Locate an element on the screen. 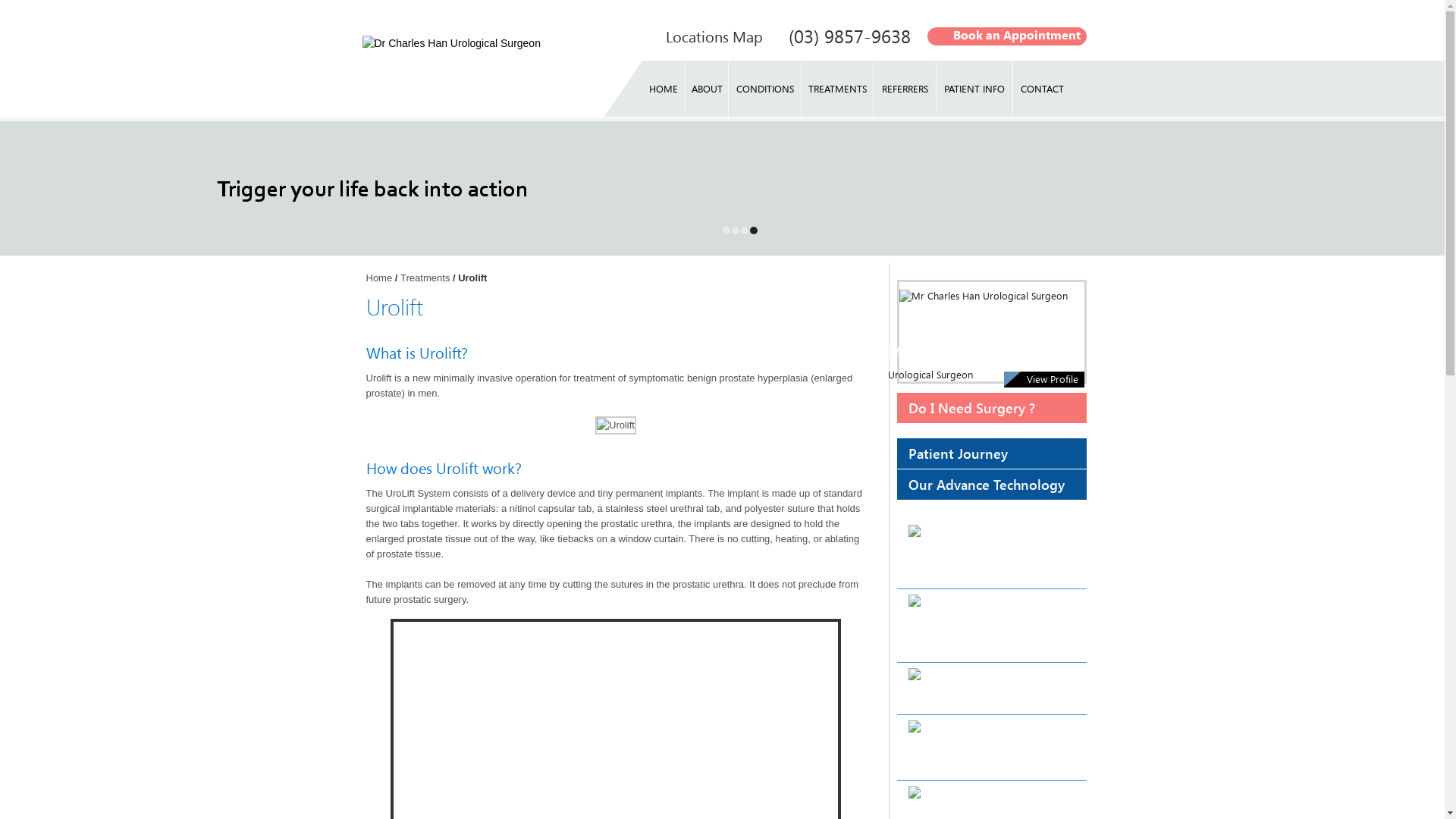  'CONDITIONS' is located at coordinates (764, 88).